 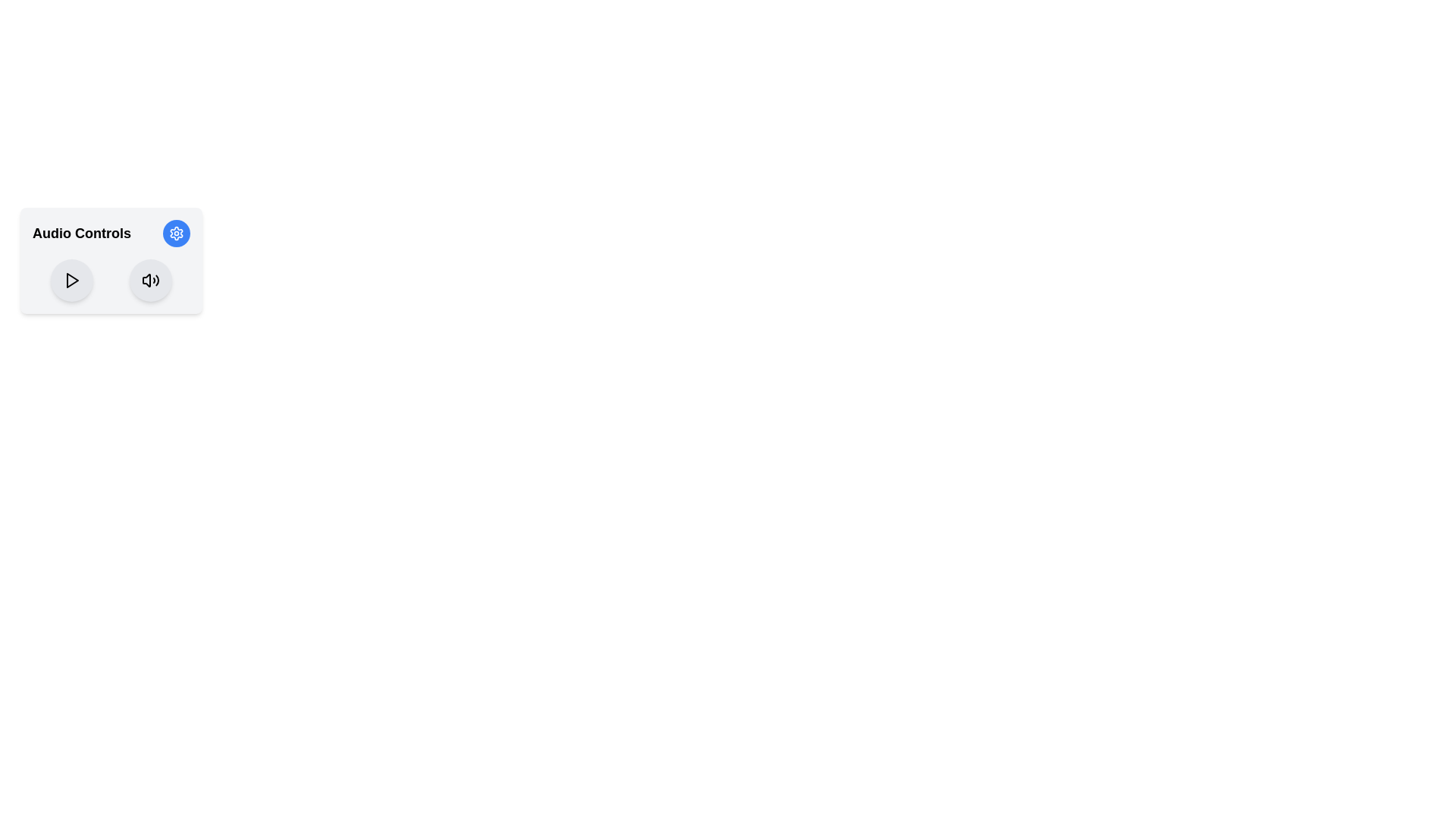 What do you see at coordinates (111, 234) in the screenshot?
I see `or interpret the 'Audio Controls' label located within the horizontal layout that includes a blue circular button with a settings icon` at bounding box center [111, 234].